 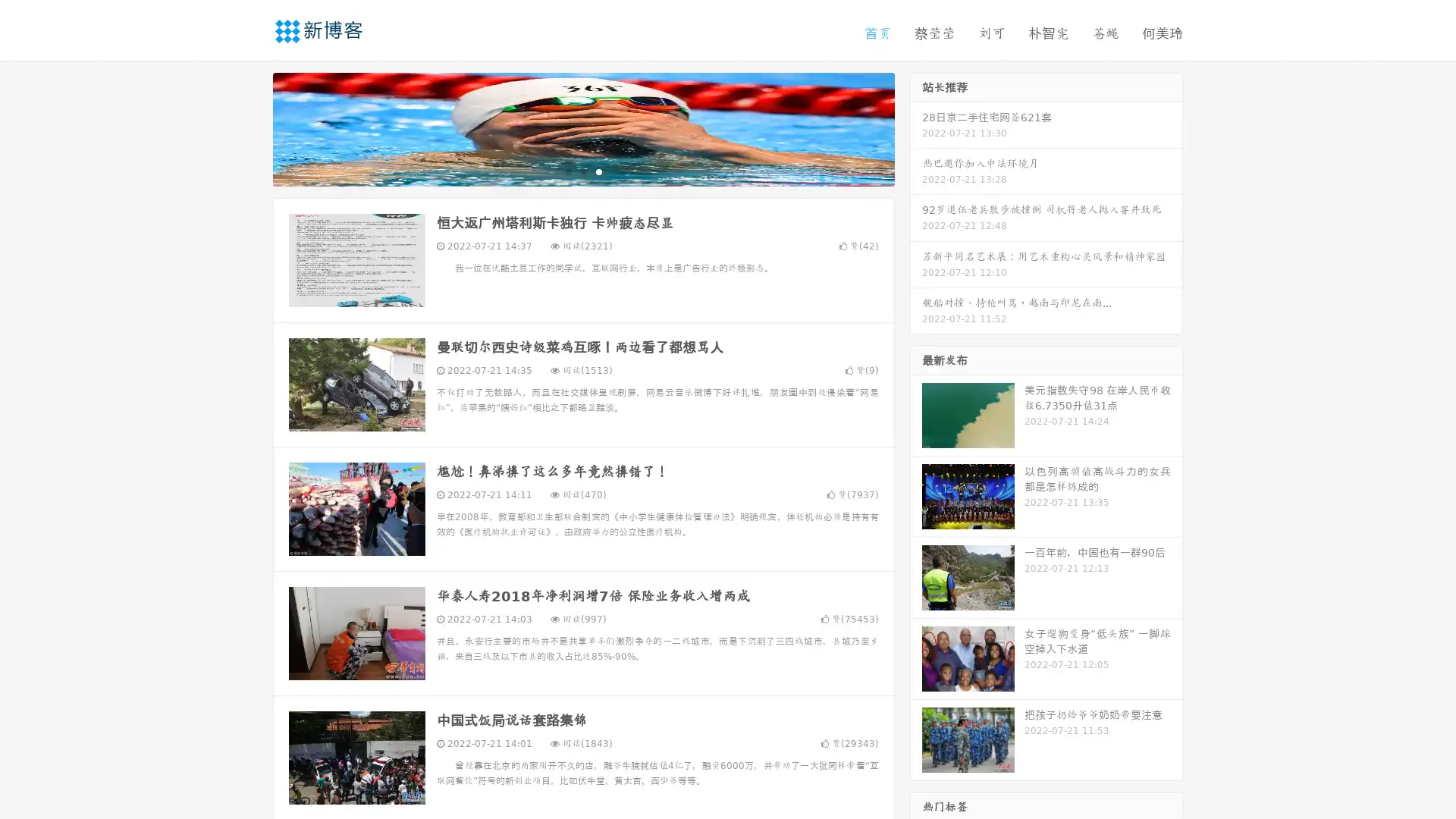 What do you see at coordinates (567, 171) in the screenshot?
I see `Go to slide 1` at bounding box center [567, 171].